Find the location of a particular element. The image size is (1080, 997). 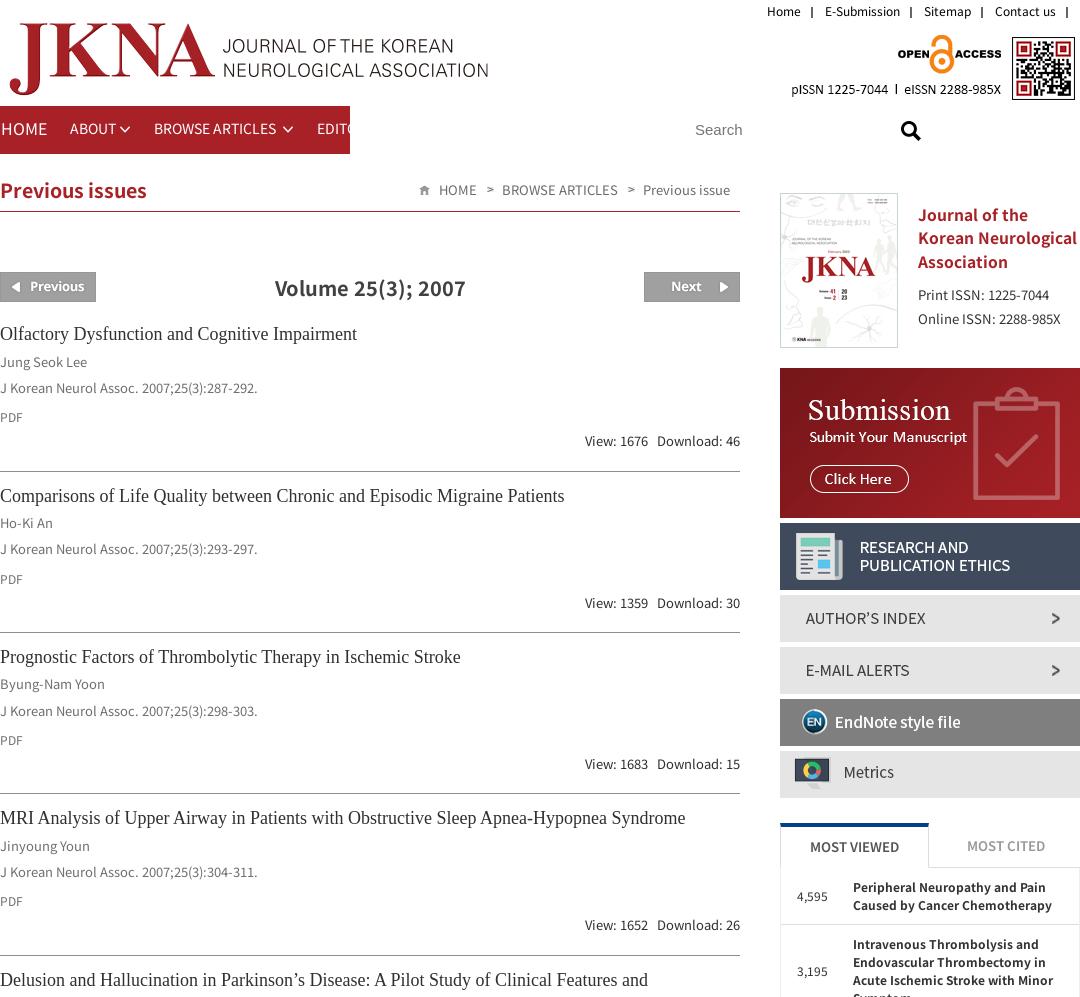

'Association' is located at coordinates (918, 259).